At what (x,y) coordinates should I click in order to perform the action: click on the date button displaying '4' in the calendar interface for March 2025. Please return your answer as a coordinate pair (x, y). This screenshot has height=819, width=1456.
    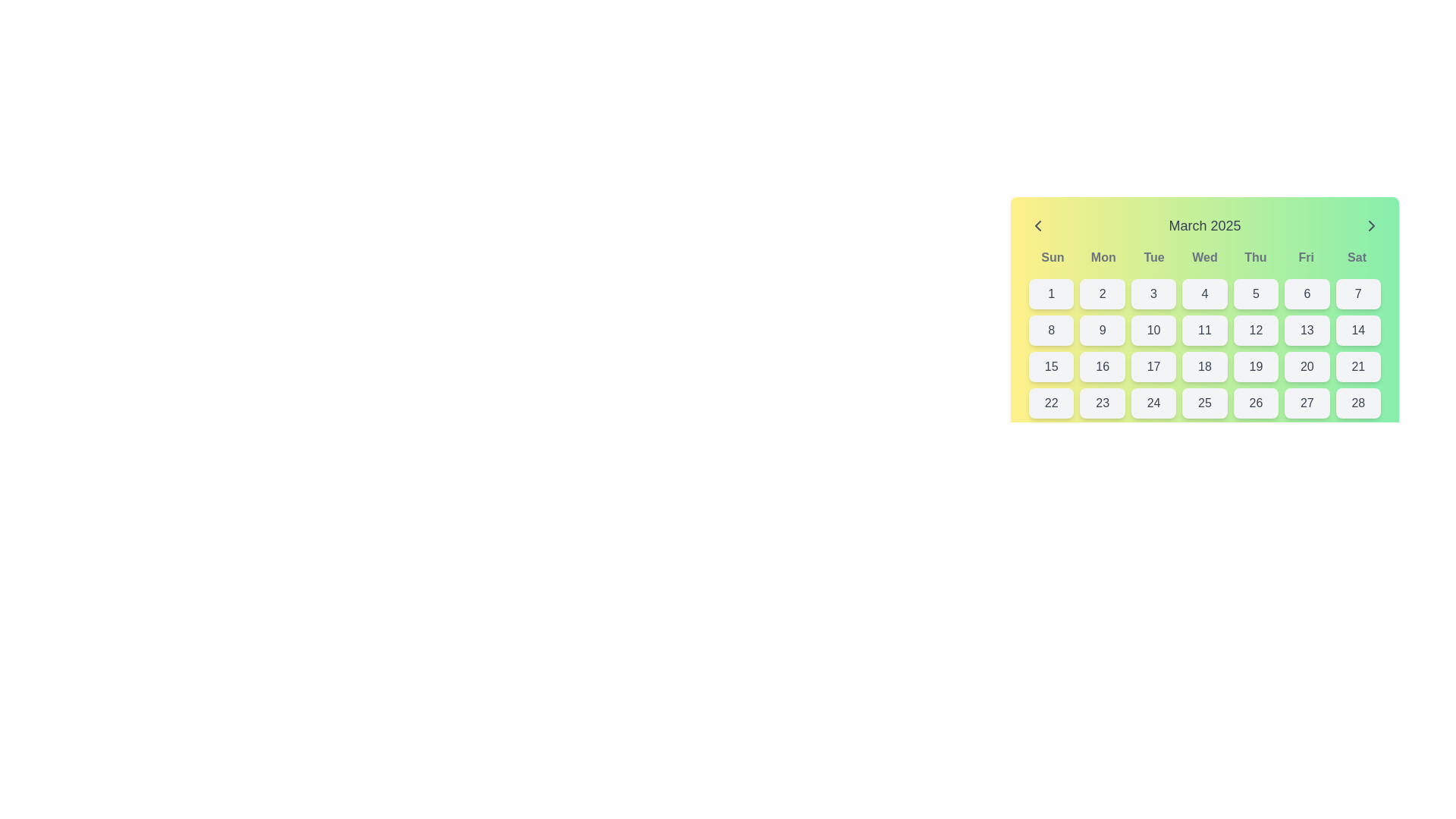
    Looking at the image, I should click on (1203, 300).